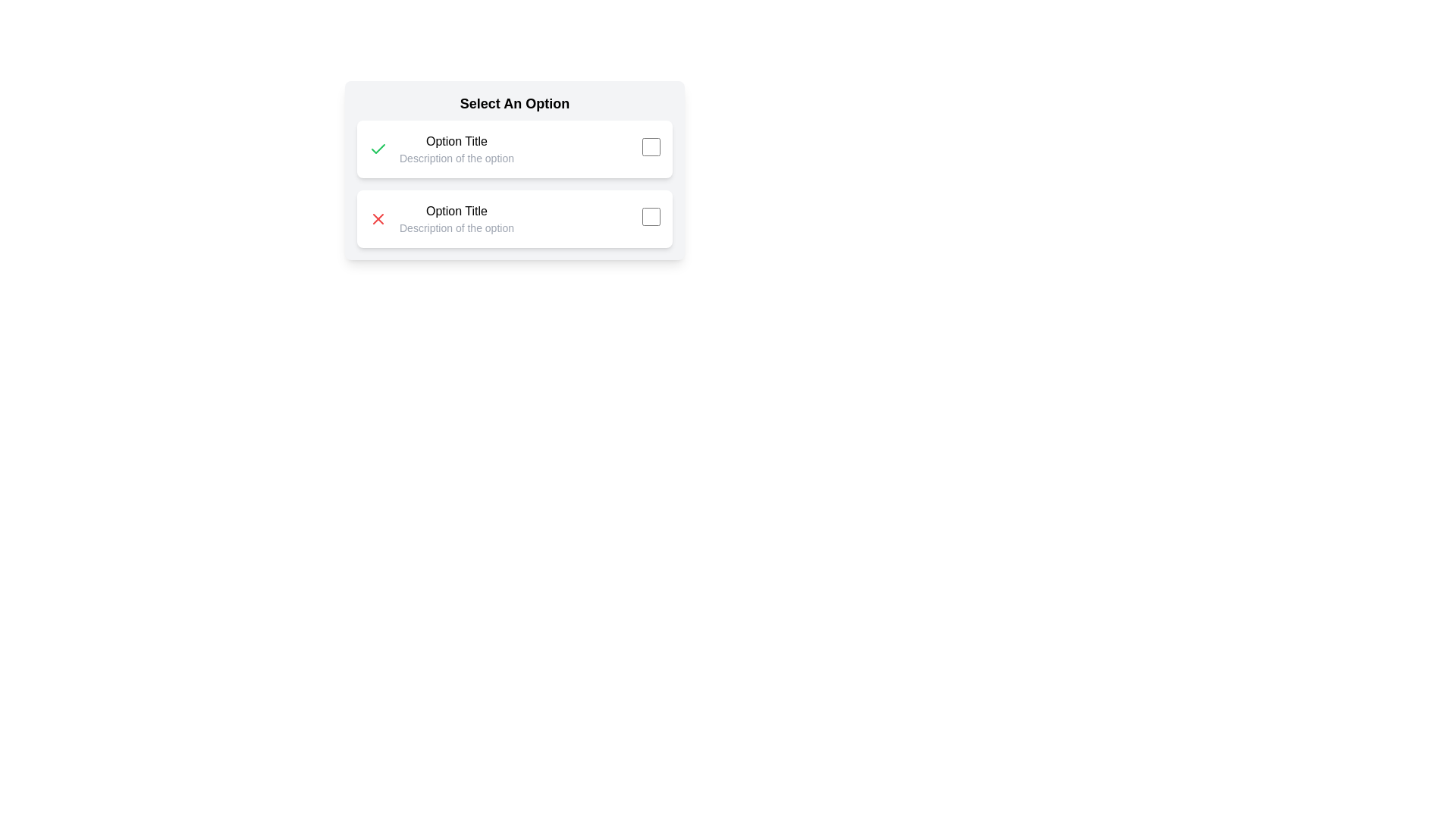  What do you see at coordinates (378, 219) in the screenshot?
I see `the red 'X' icon indicating an incorrect or deactivated status located in the second option under the 'Select An Option' section` at bounding box center [378, 219].